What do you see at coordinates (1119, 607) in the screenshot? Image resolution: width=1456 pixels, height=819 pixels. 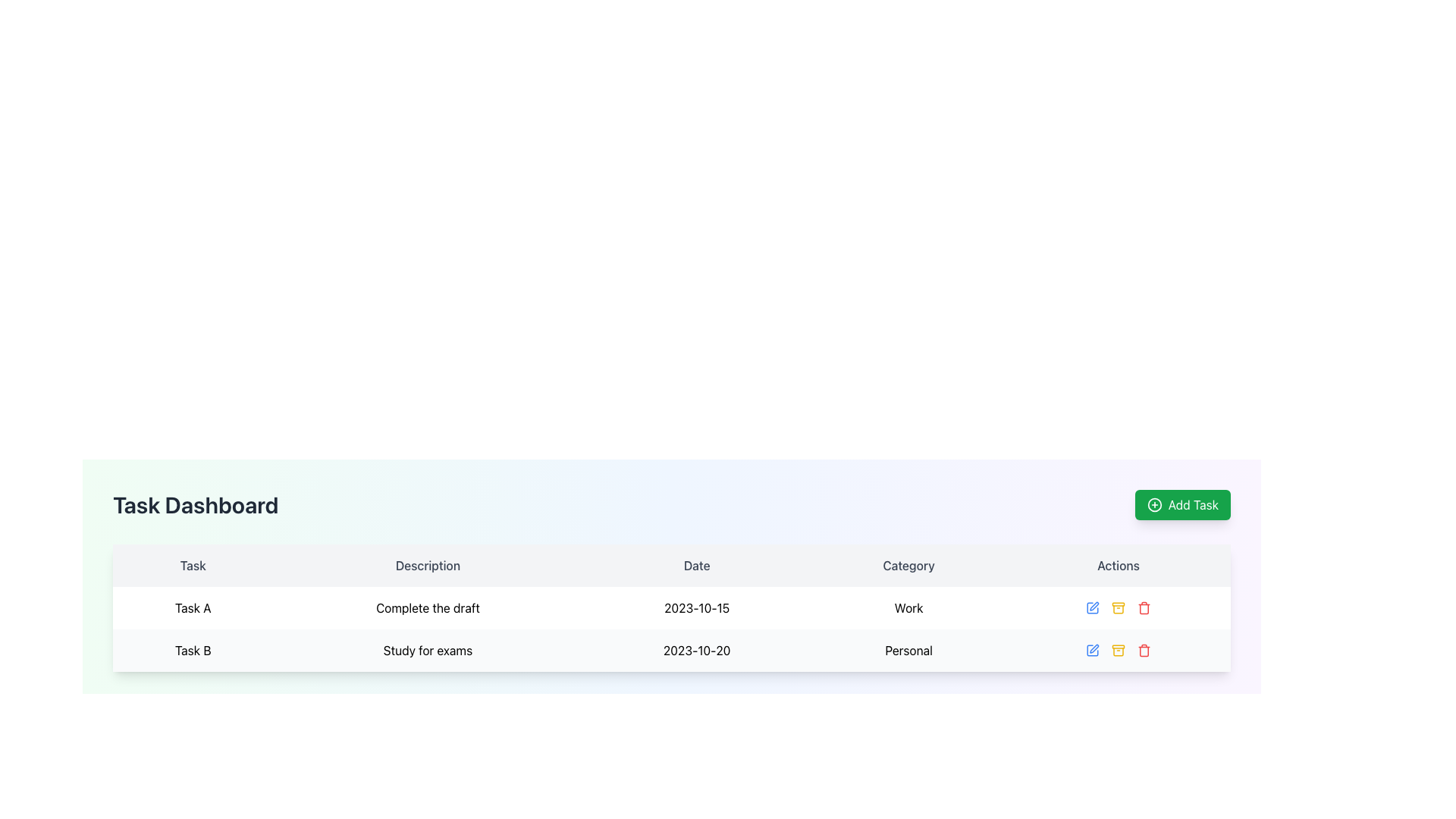 I see `the Action buttons group for 'Task A' to navigate through the edit, archive, and delete icons` at bounding box center [1119, 607].